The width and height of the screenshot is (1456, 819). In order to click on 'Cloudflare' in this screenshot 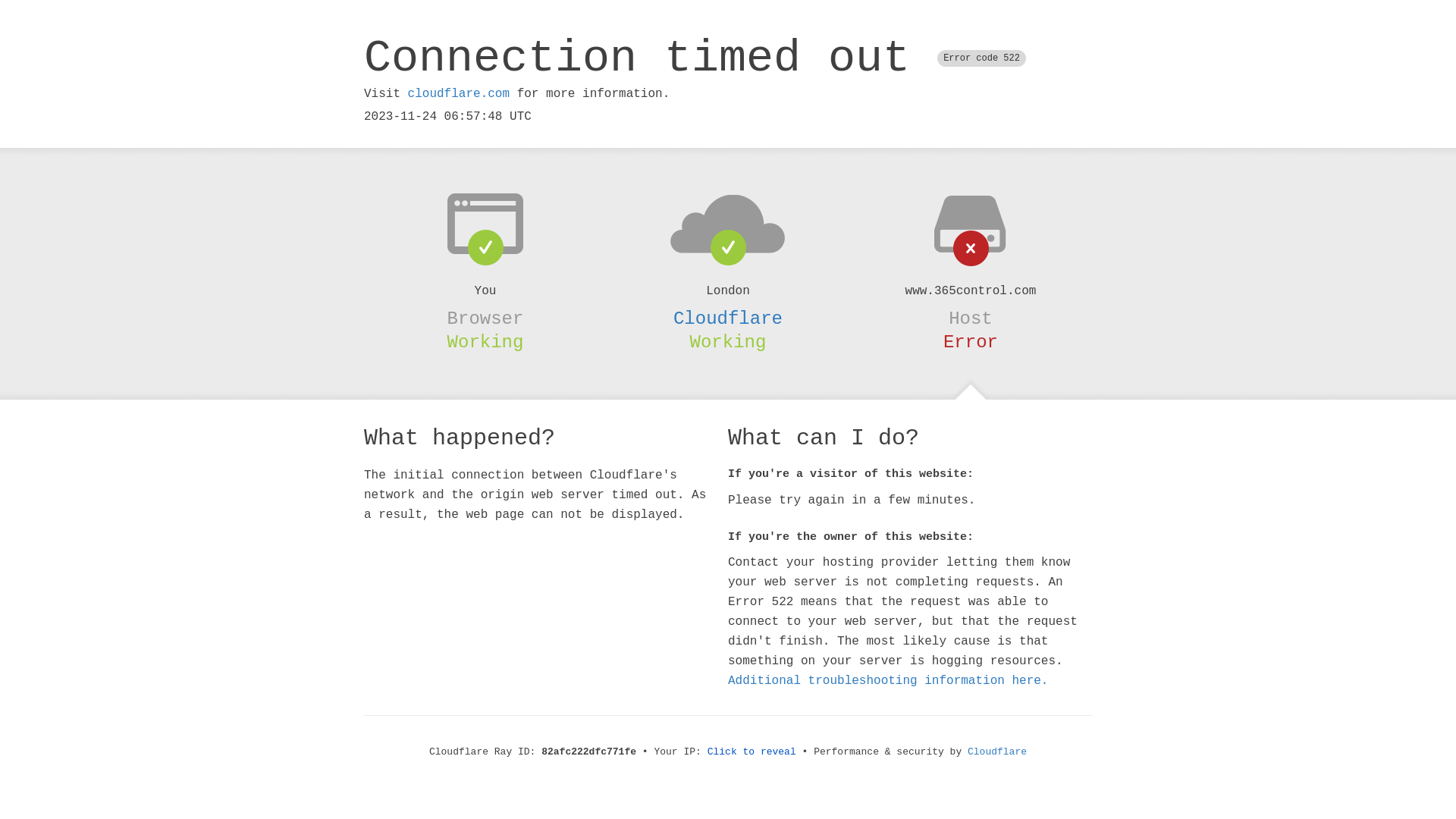, I will do `click(967, 752)`.